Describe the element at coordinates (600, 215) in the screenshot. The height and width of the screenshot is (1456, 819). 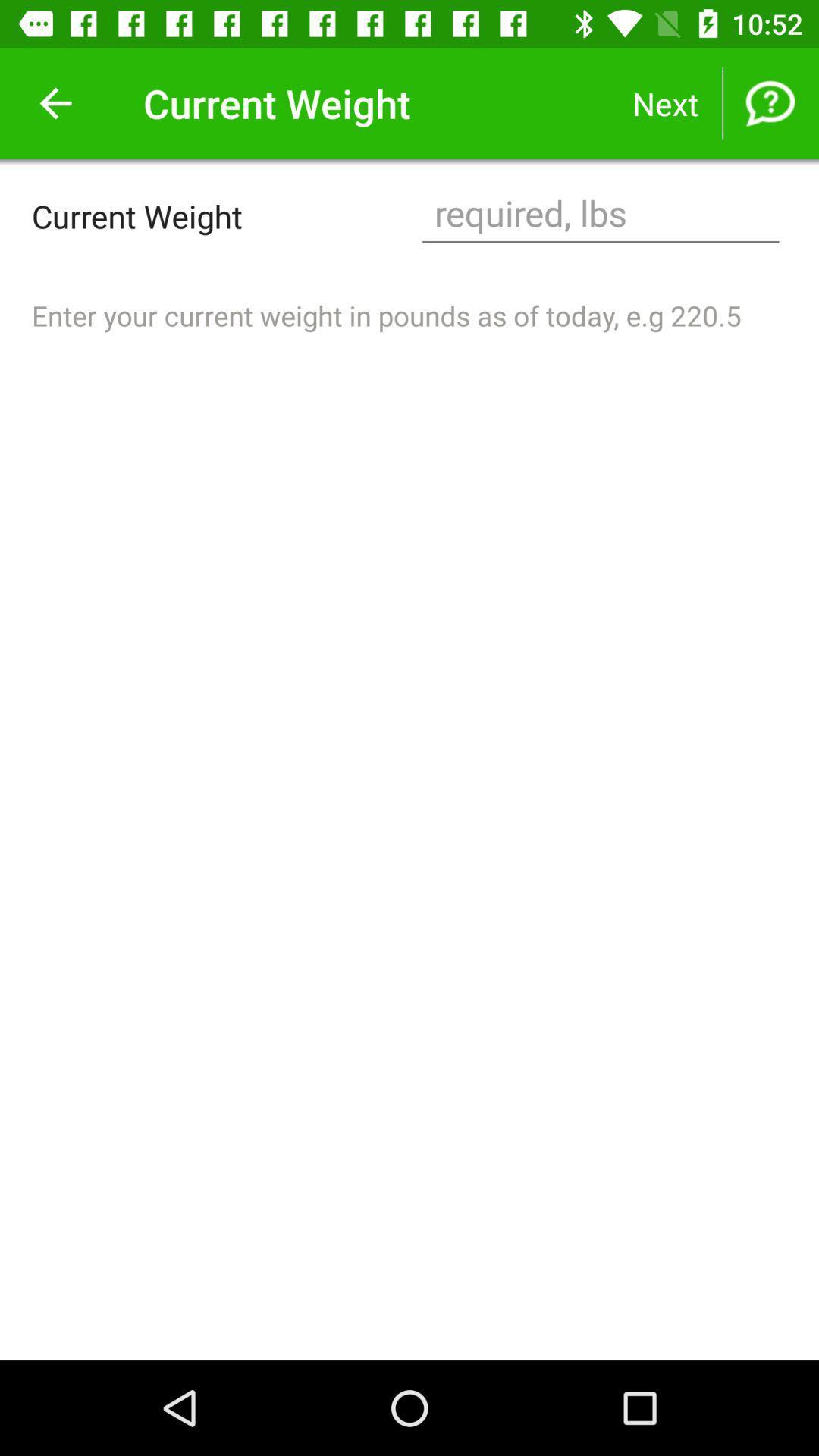
I see `the item above enter your current item` at that location.